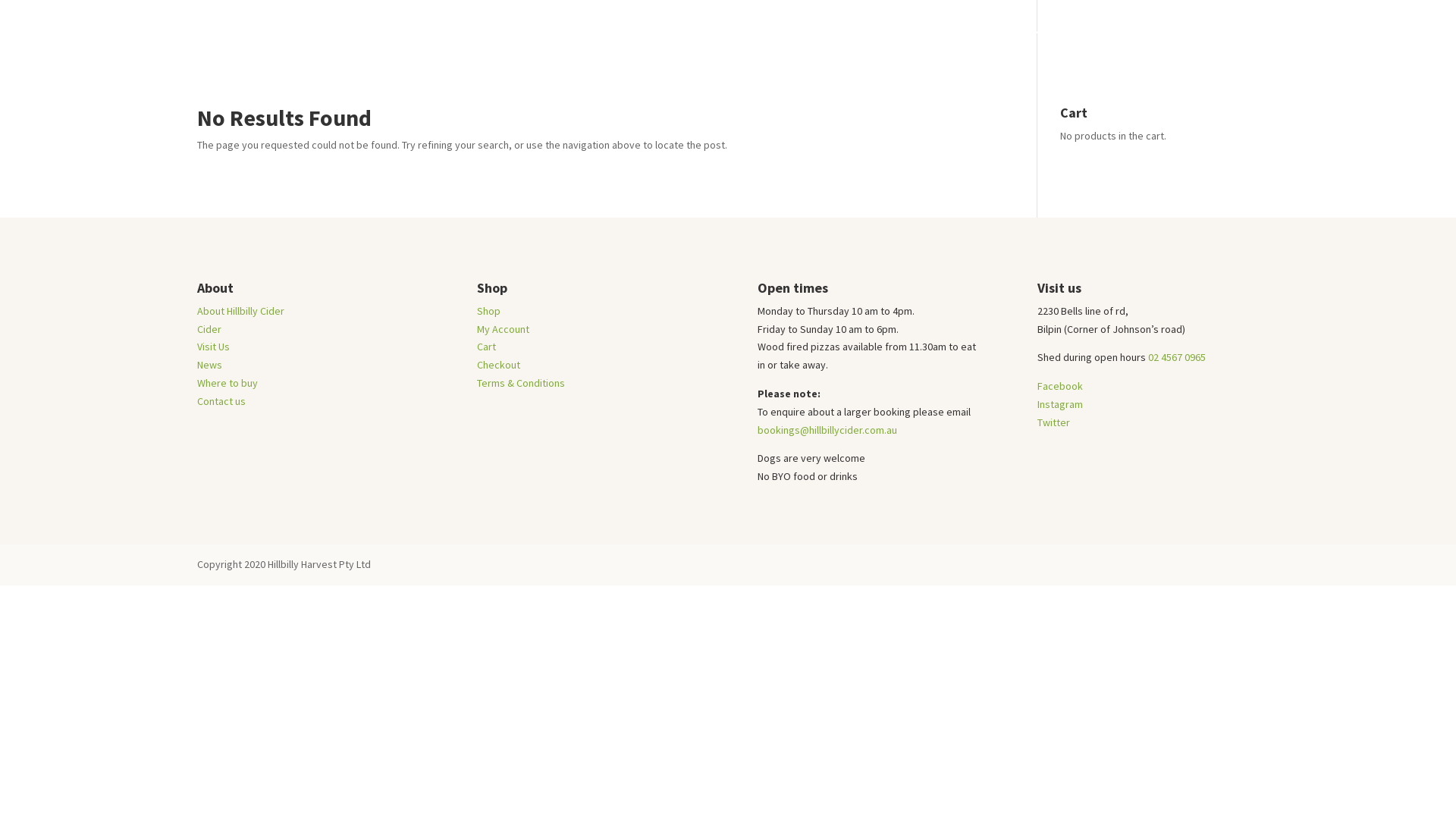 Image resolution: width=1456 pixels, height=819 pixels. Describe the element at coordinates (488, 309) in the screenshot. I see `'Shop'` at that location.